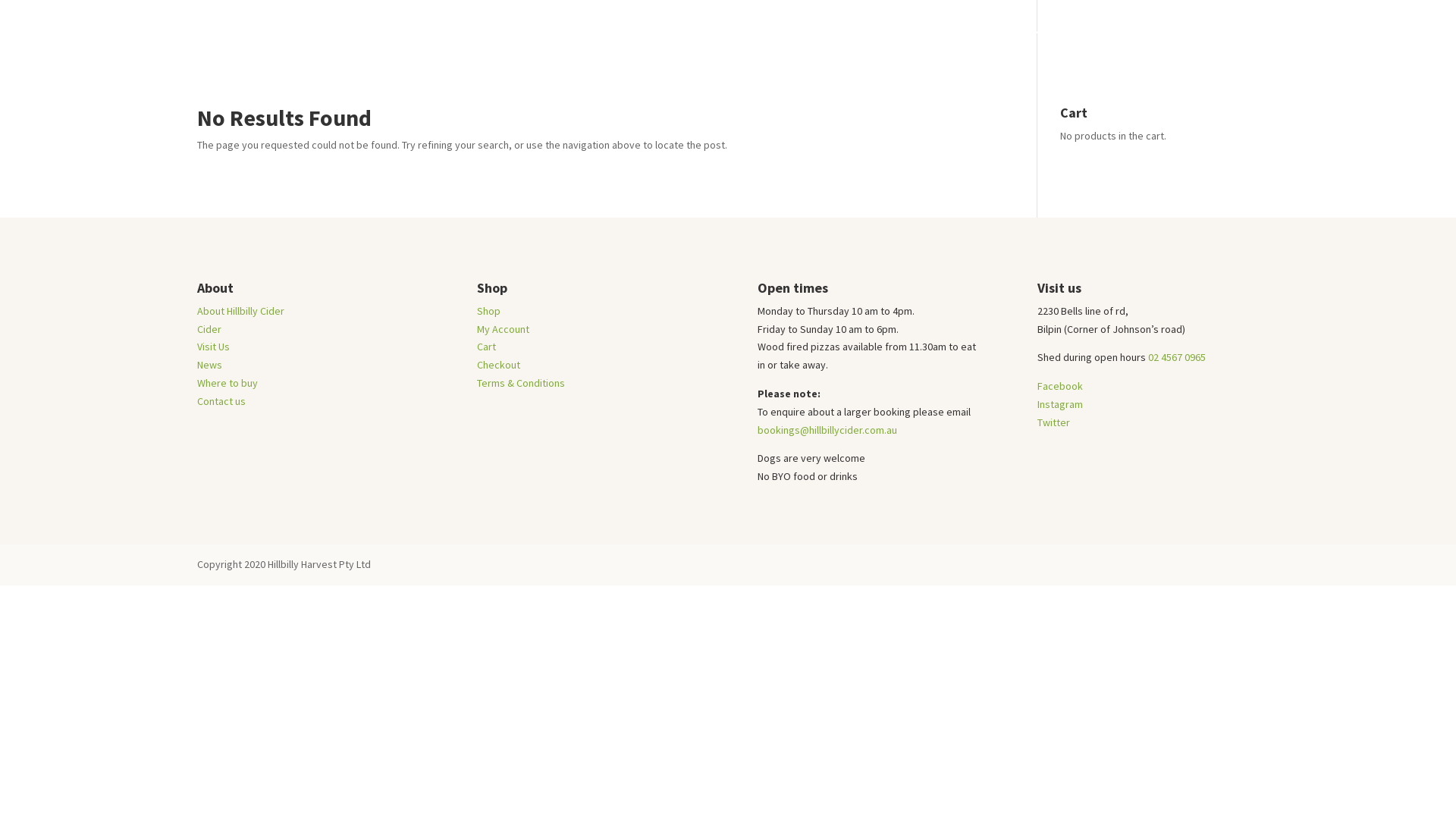 Image resolution: width=1456 pixels, height=819 pixels. Describe the element at coordinates (488, 309) in the screenshot. I see `'Shop'` at that location.